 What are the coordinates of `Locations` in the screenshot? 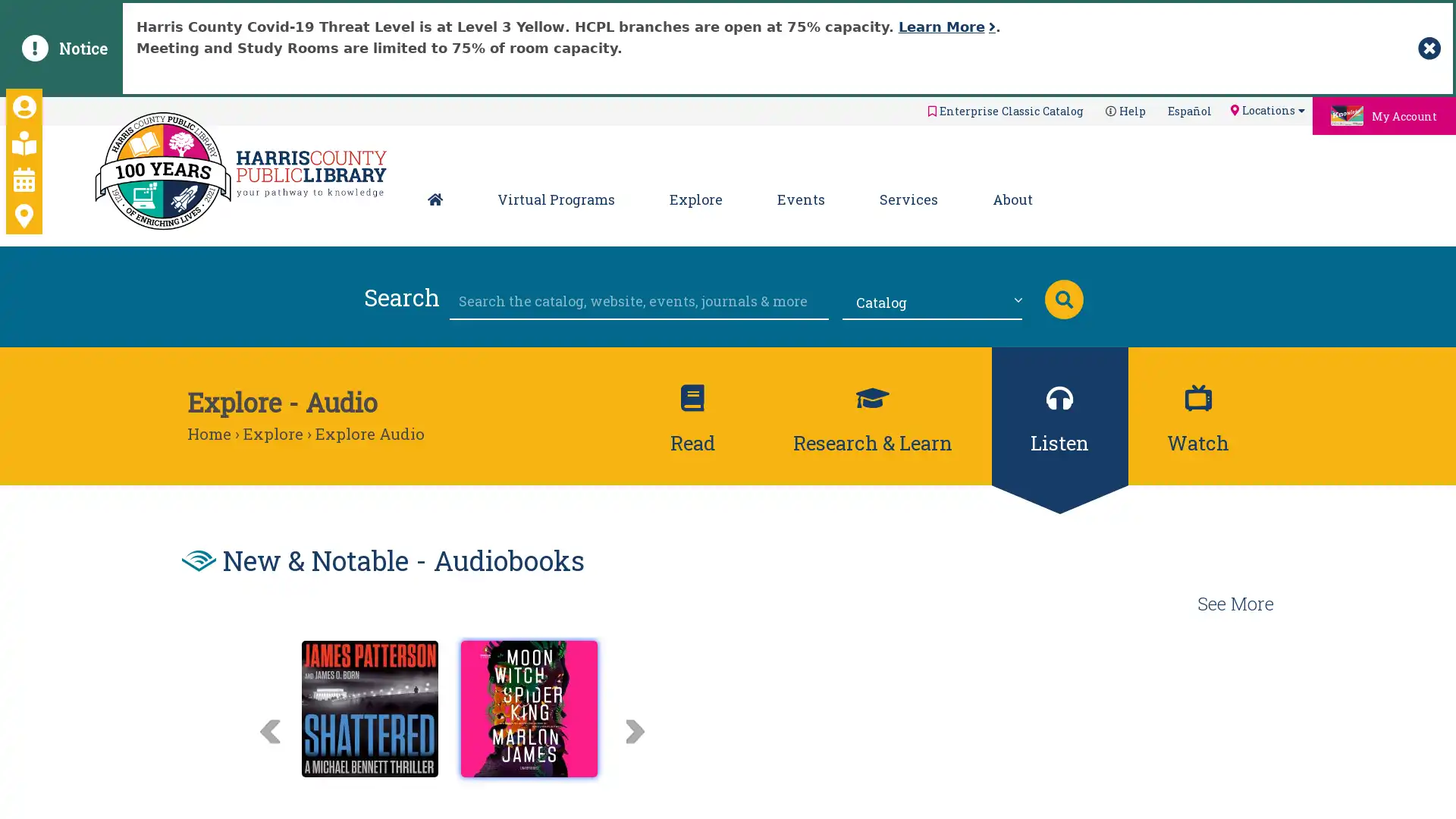 It's located at (1266, 109).